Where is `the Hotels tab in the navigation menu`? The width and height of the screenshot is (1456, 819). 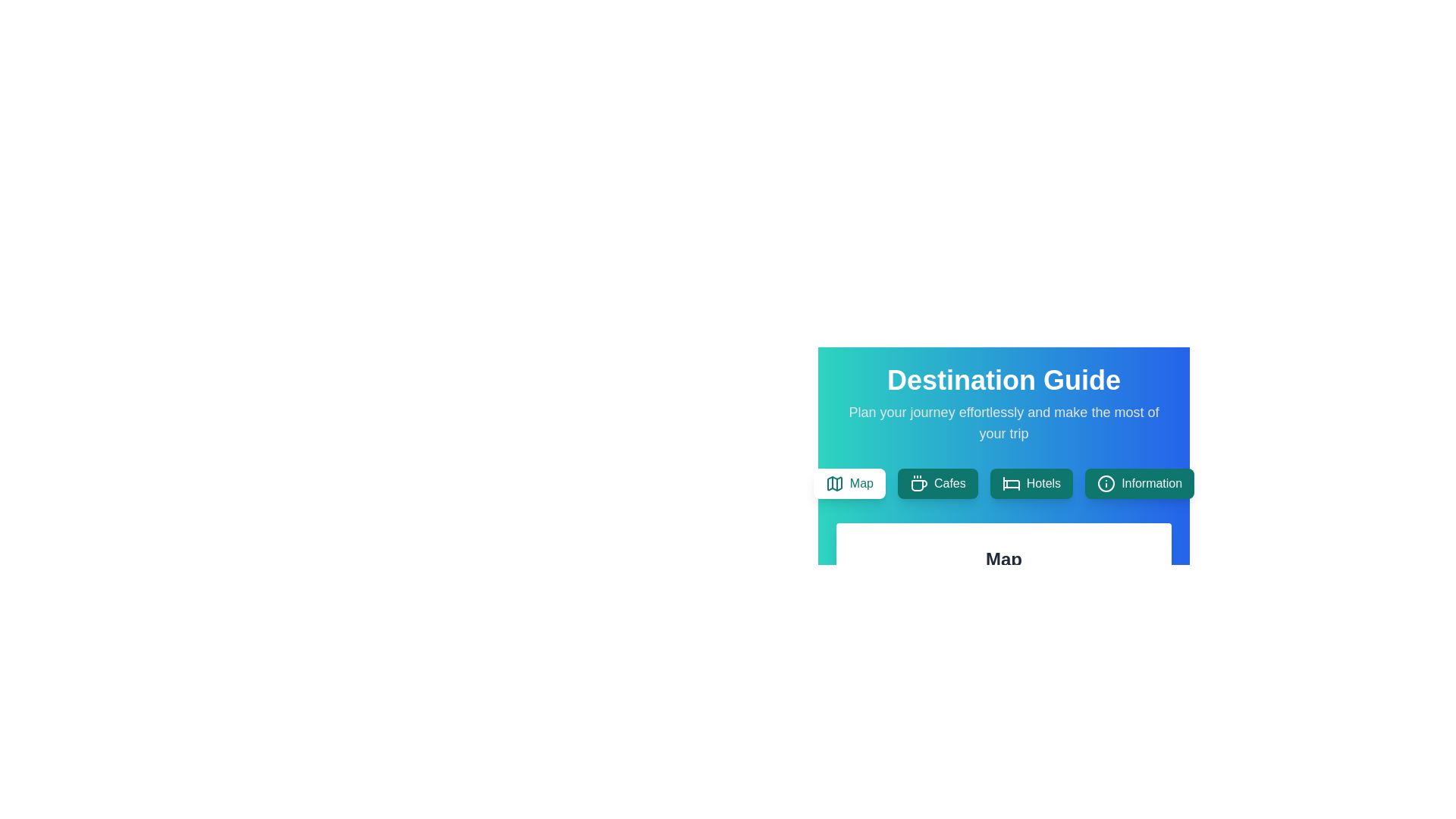
the Hotels tab in the navigation menu is located at coordinates (1031, 483).